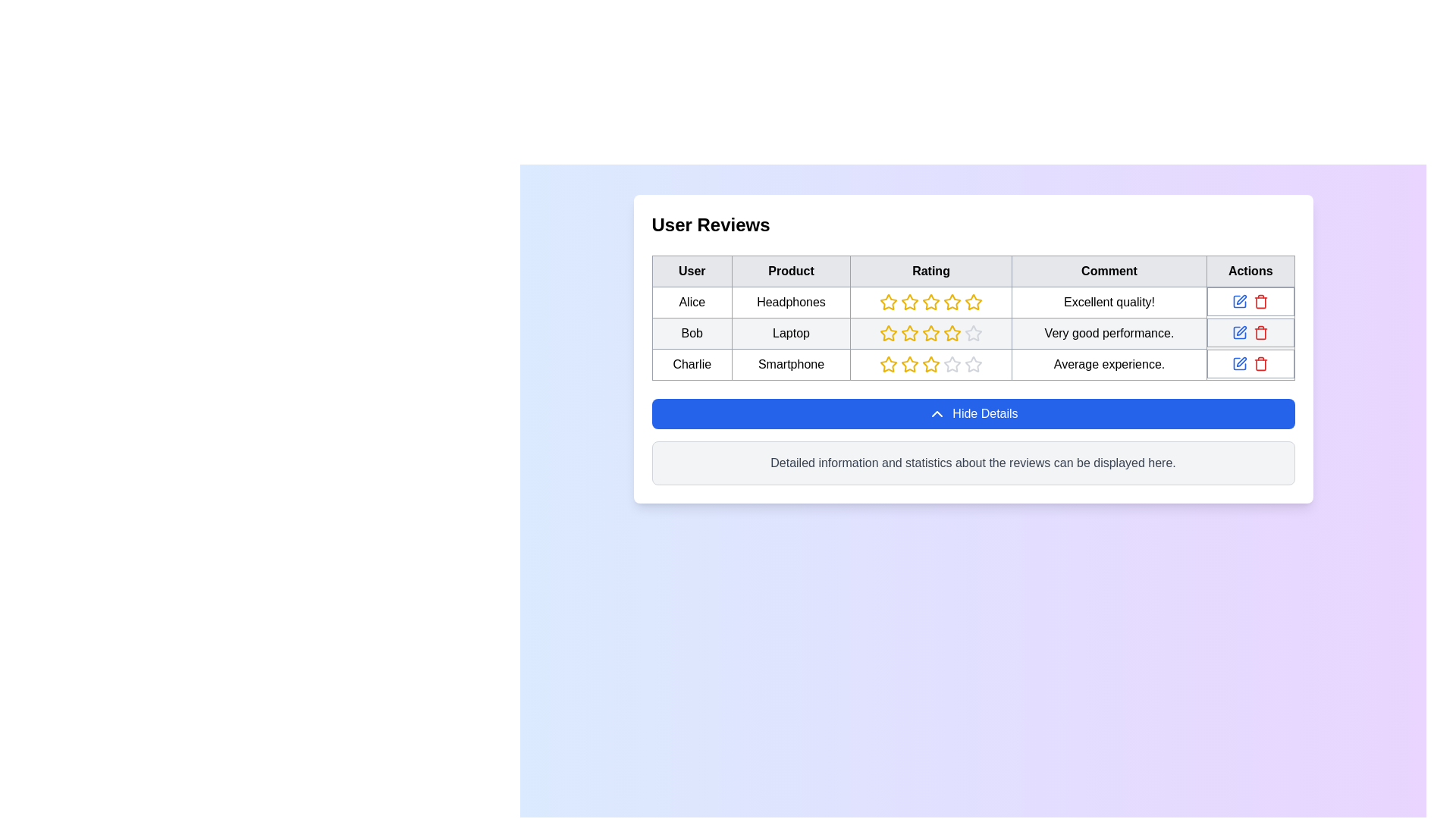 This screenshot has width=1456, height=819. Describe the element at coordinates (710, 225) in the screenshot. I see `the bold 'User Reviews' text label located at the top of the user reviews section` at that location.